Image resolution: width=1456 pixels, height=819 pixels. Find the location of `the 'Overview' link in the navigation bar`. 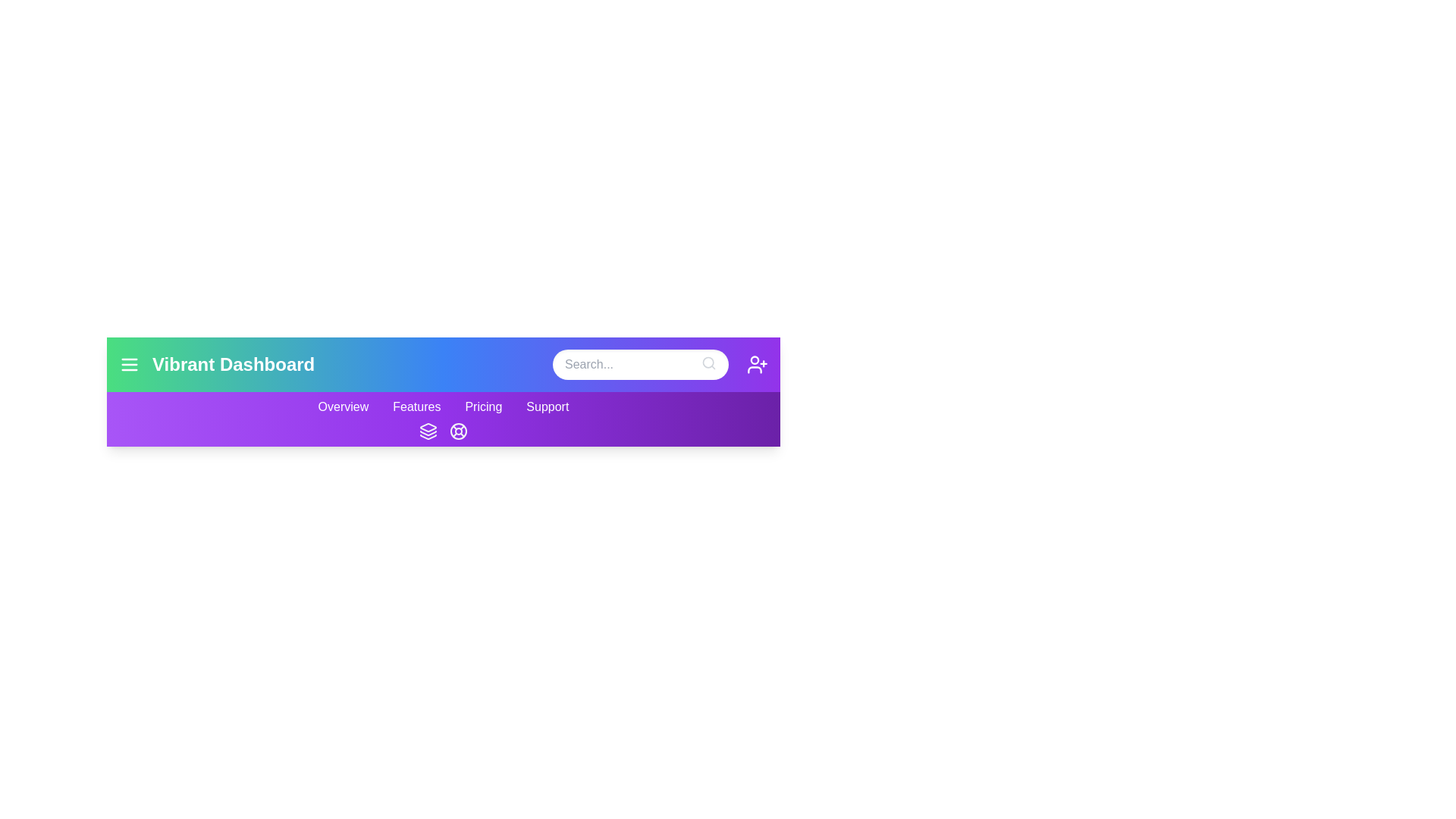

the 'Overview' link in the navigation bar is located at coordinates (341, 406).